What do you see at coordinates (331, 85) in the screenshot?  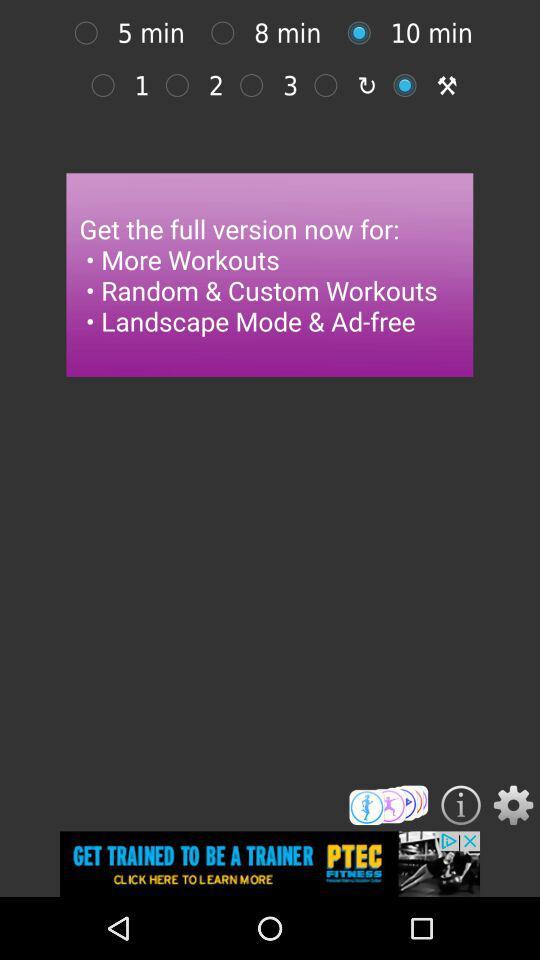 I see `replay` at bounding box center [331, 85].